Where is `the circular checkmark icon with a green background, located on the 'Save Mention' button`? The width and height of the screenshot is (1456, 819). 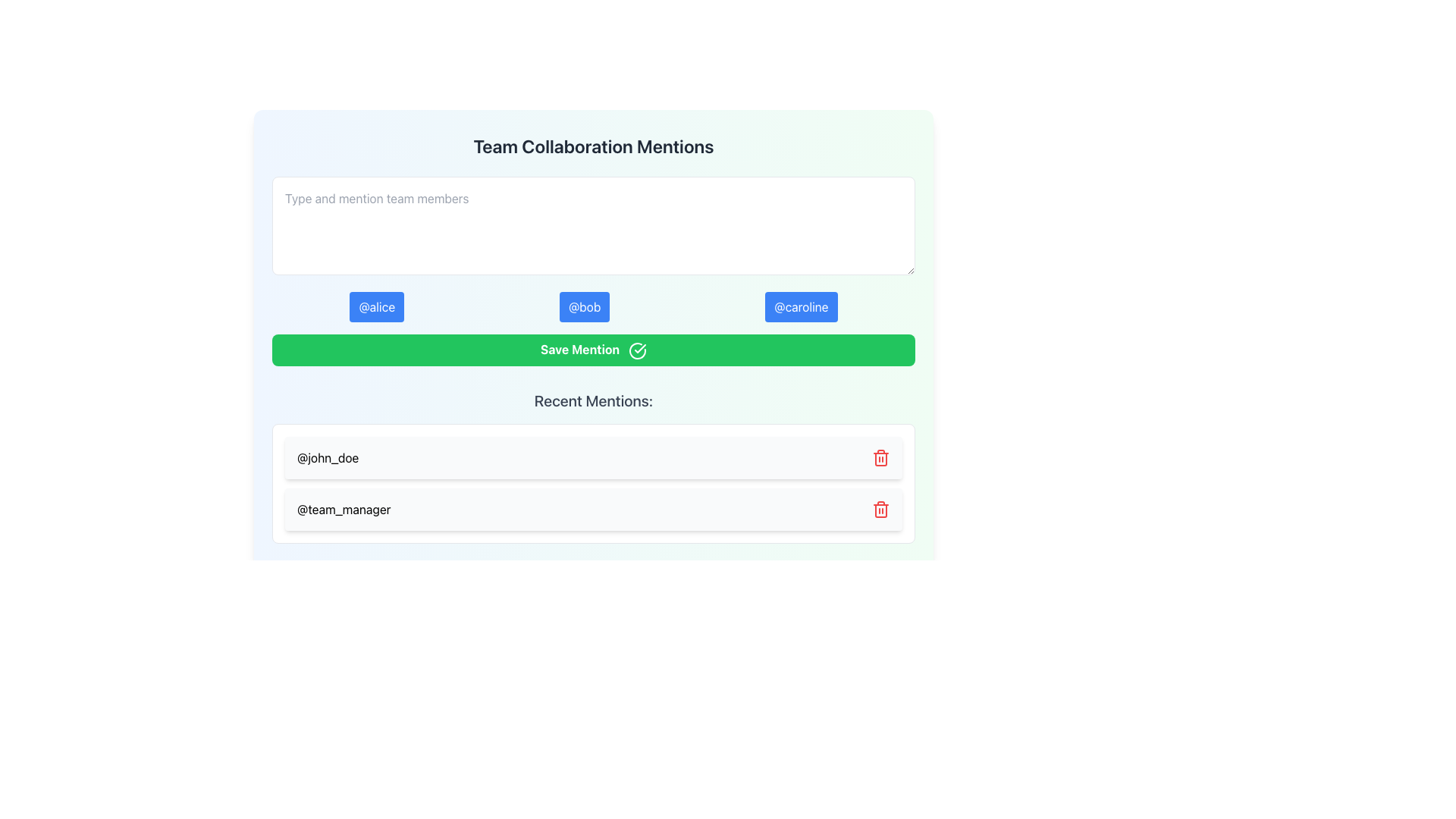
the circular checkmark icon with a green background, located on the 'Save Mention' button is located at coordinates (637, 350).